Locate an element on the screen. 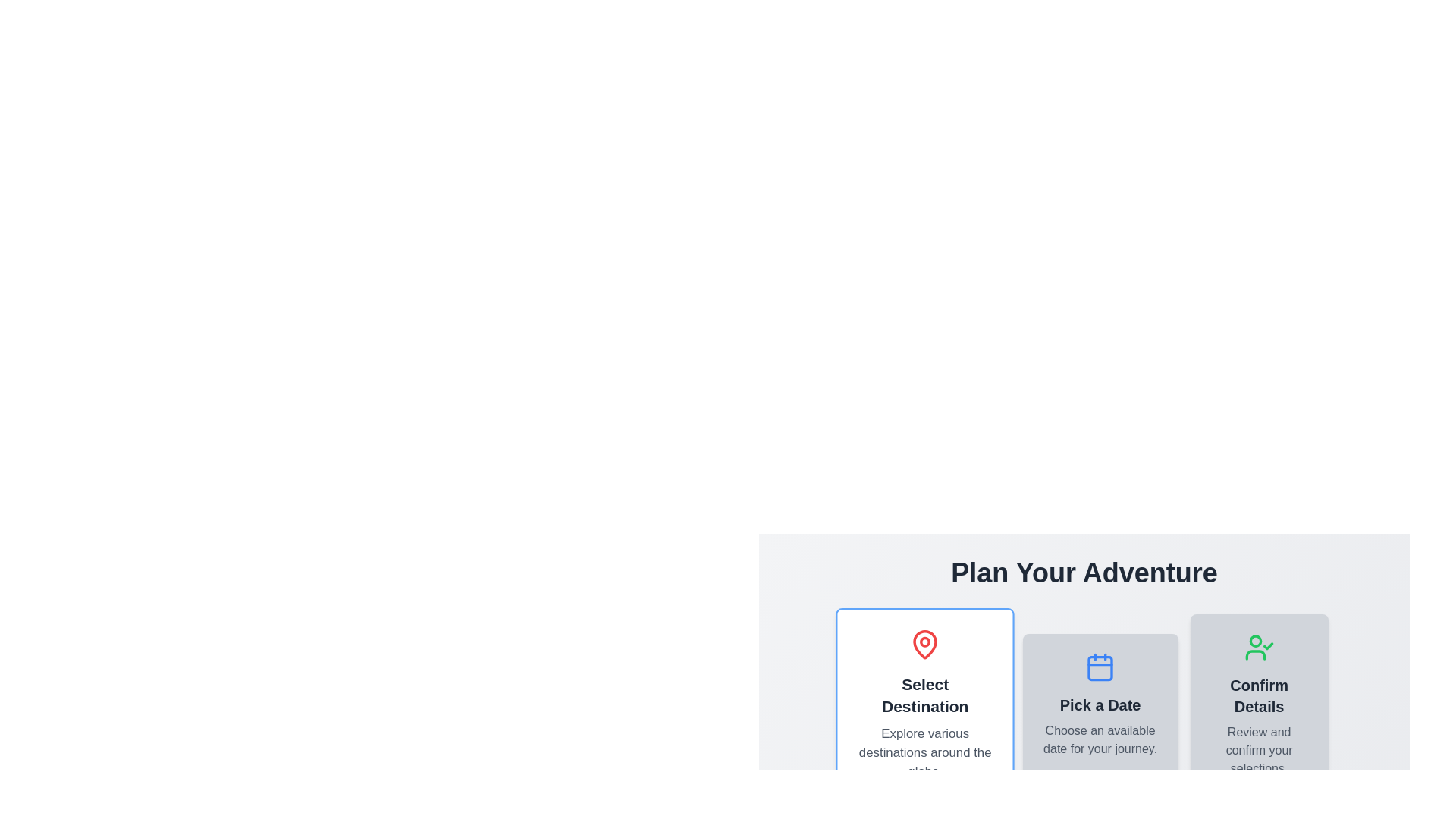 This screenshot has width=1456, height=819. the small hollow circle located near the top-left corner of the SVG user icon with a check mark, which is styled in green and positioned under the heading 'Plan Your Adventure.' is located at coordinates (1255, 641).